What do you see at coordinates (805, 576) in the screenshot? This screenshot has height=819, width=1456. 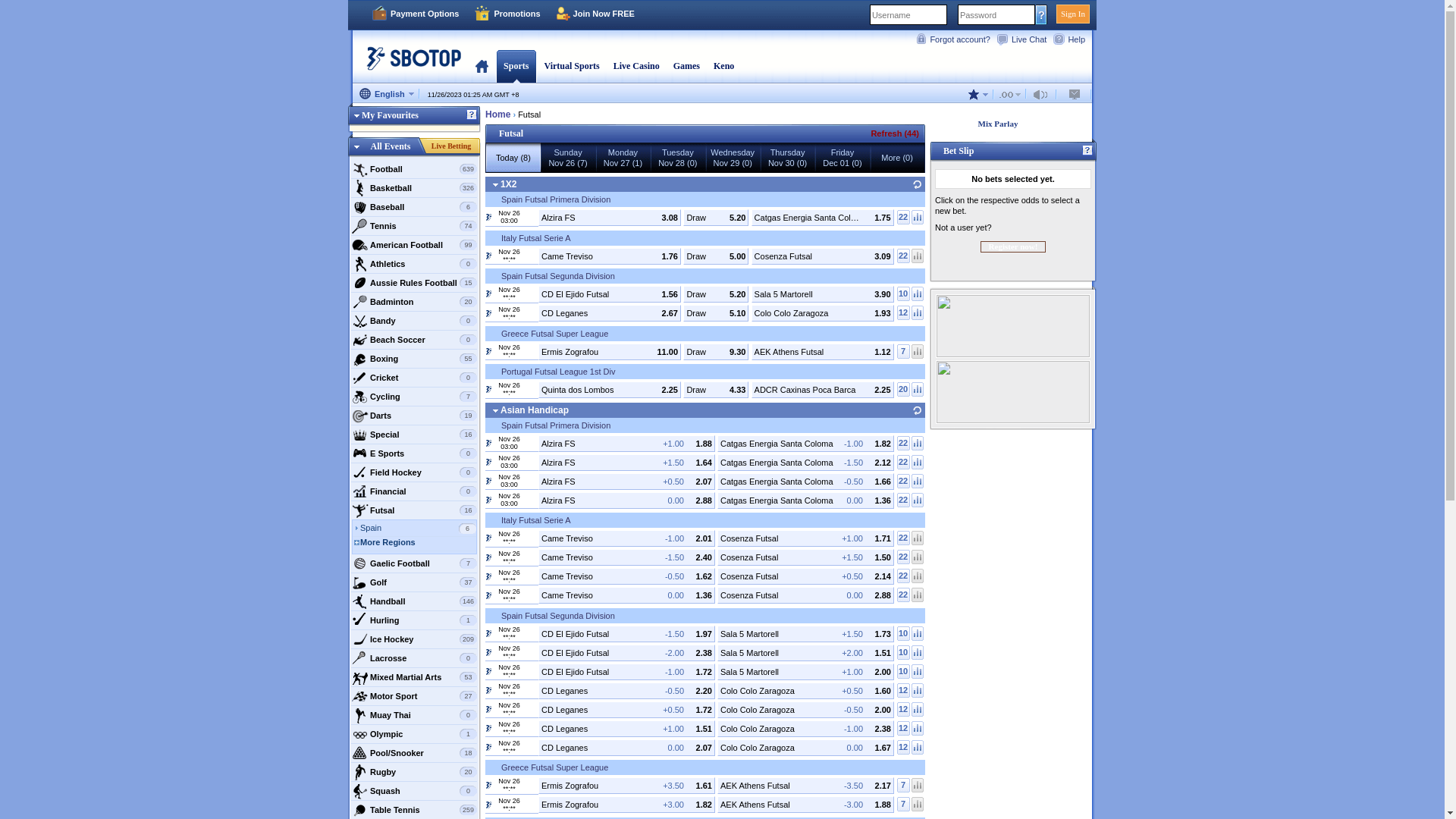 I see `'2.14` at bounding box center [805, 576].